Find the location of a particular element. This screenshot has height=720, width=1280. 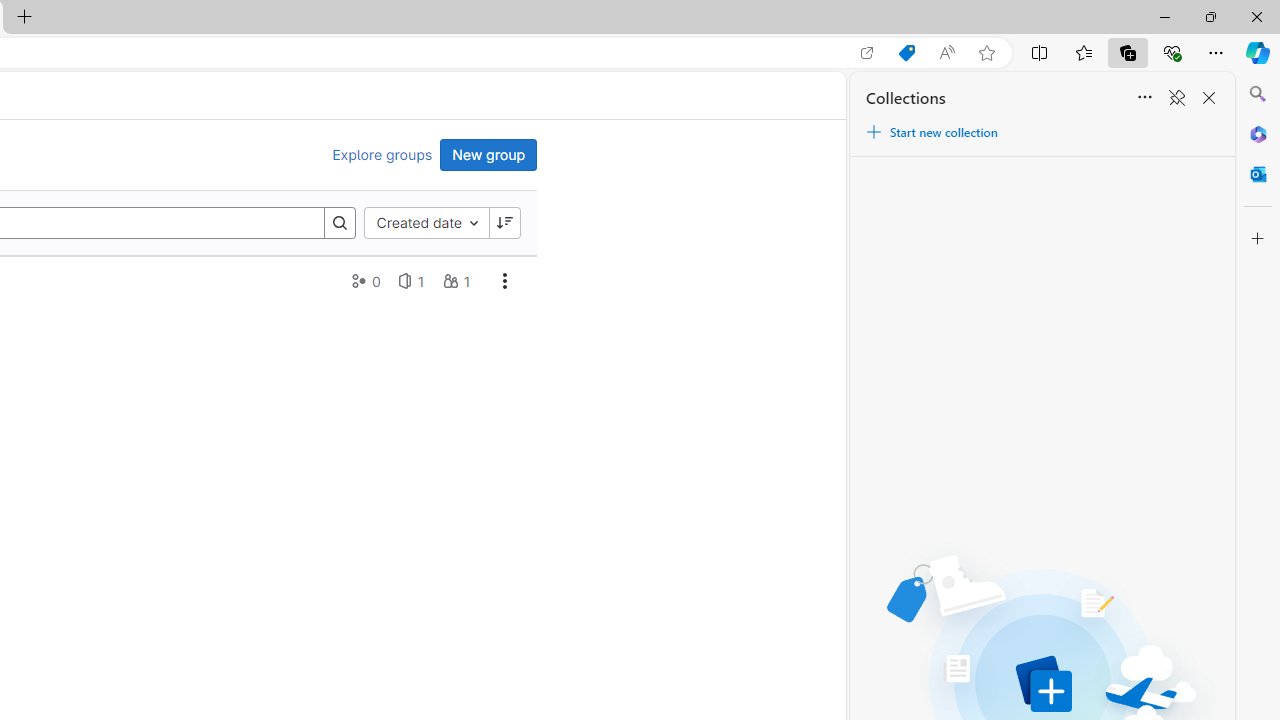

'Explore groups' is located at coordinates (382, 154).